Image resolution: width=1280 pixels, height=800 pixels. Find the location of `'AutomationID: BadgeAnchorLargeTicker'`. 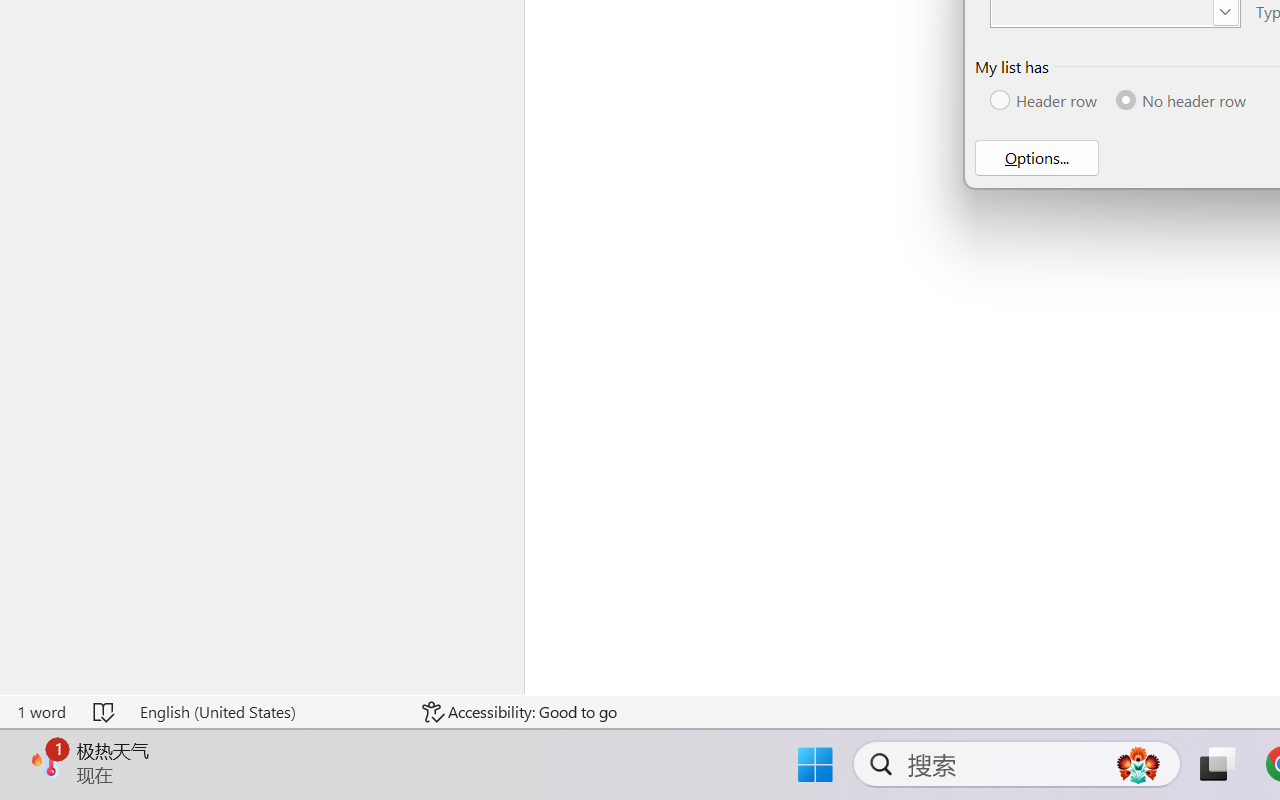

'AutomationID: BadgeAnchorLargeTicker' is located at coordinates (46, 762).